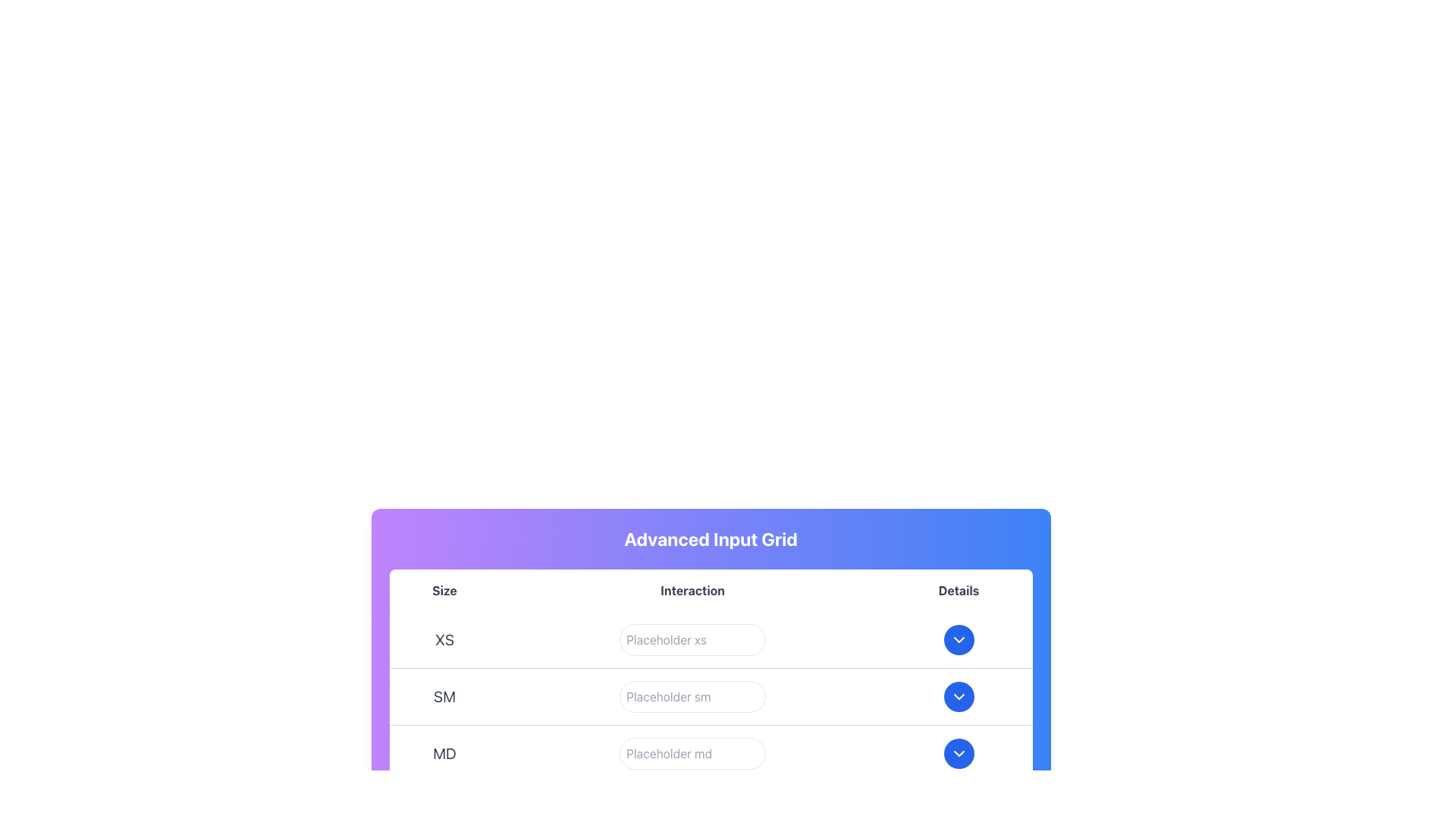 Image resolution: width=1456 pixels, height=819 pixels. What do you see at coordinates (692, 640) in the screenshot?
I see `the text input field with placeholder 'Placeholder xs' to focus on it` at bounding box center [692, 640].